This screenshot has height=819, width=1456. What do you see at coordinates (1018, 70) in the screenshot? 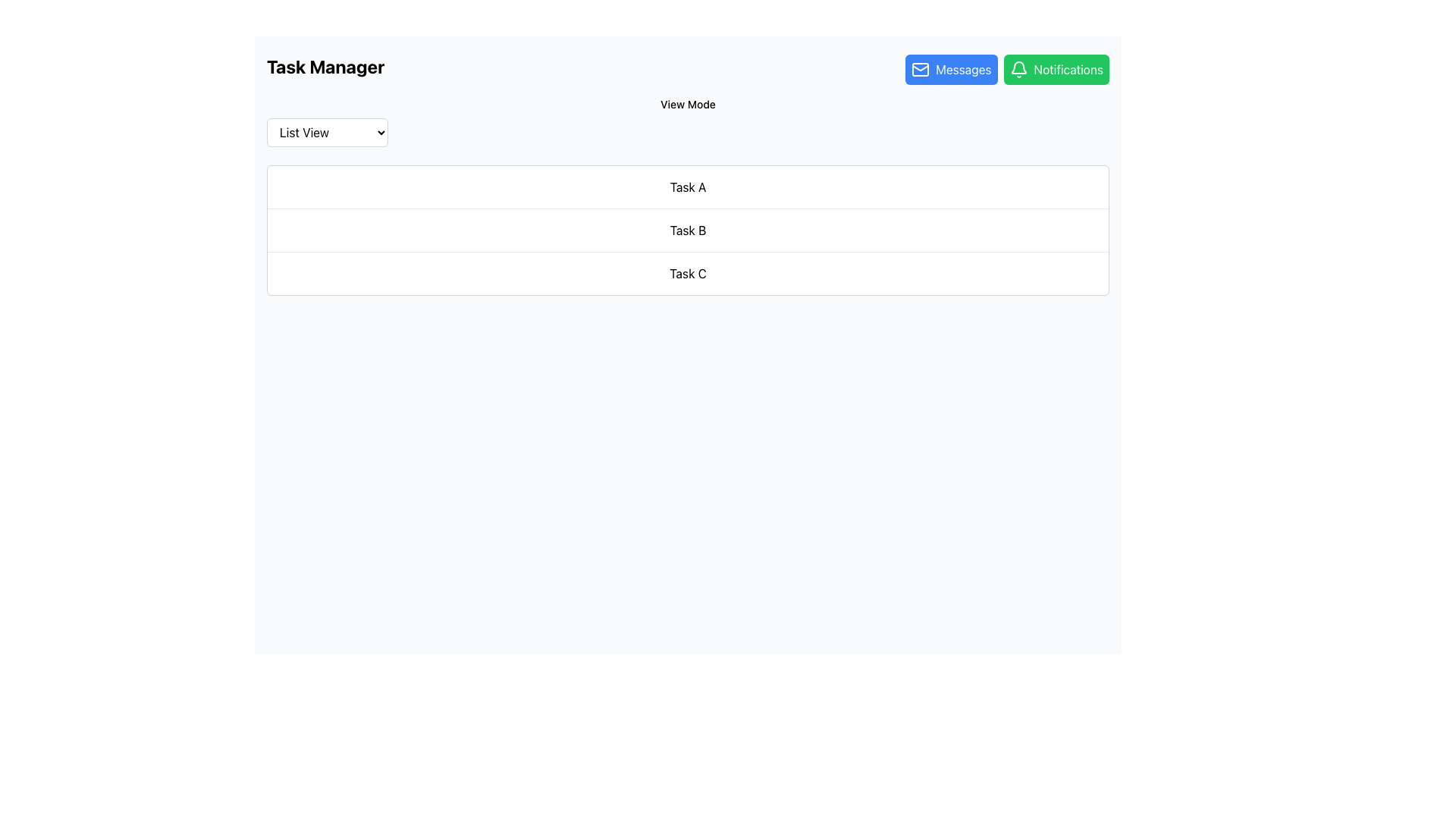
I see `the notifications icon located on the rightmost side of the header section within the green 'Notifications' button` at bounding box center [1018, 70].